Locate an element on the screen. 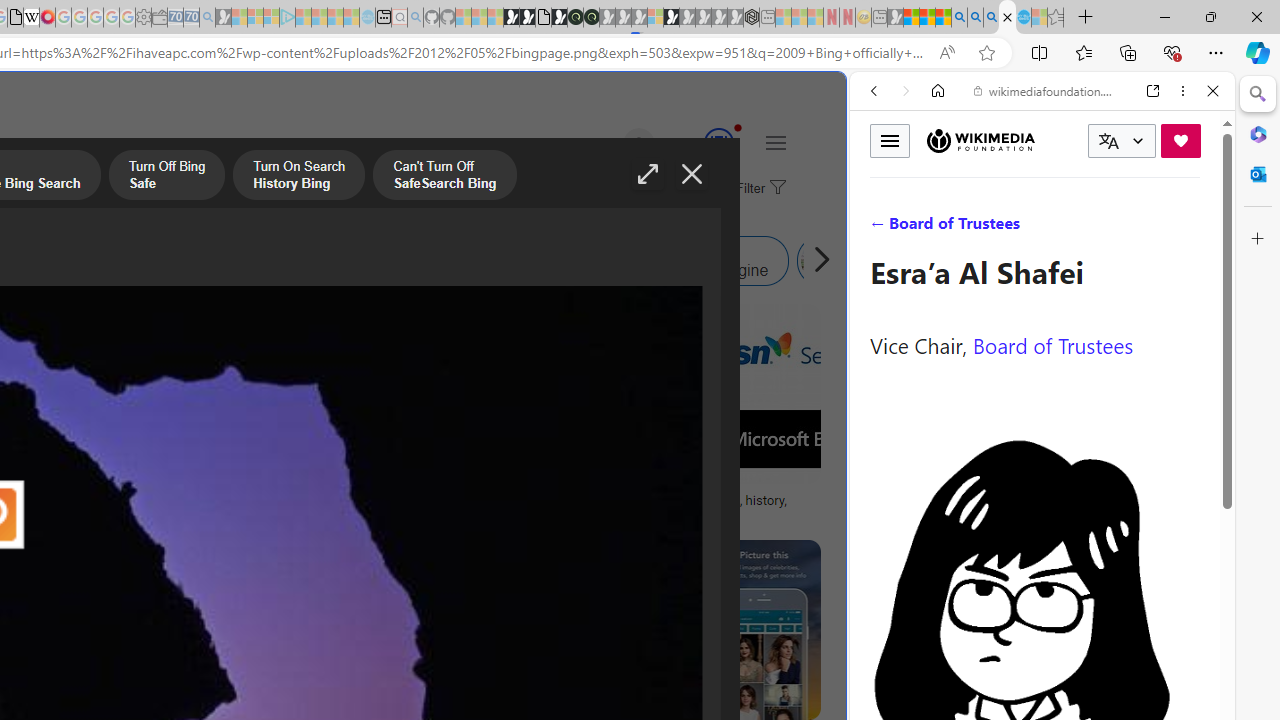  'AutomationID: serp_medal_svg' is located at coordinates (718, 141).